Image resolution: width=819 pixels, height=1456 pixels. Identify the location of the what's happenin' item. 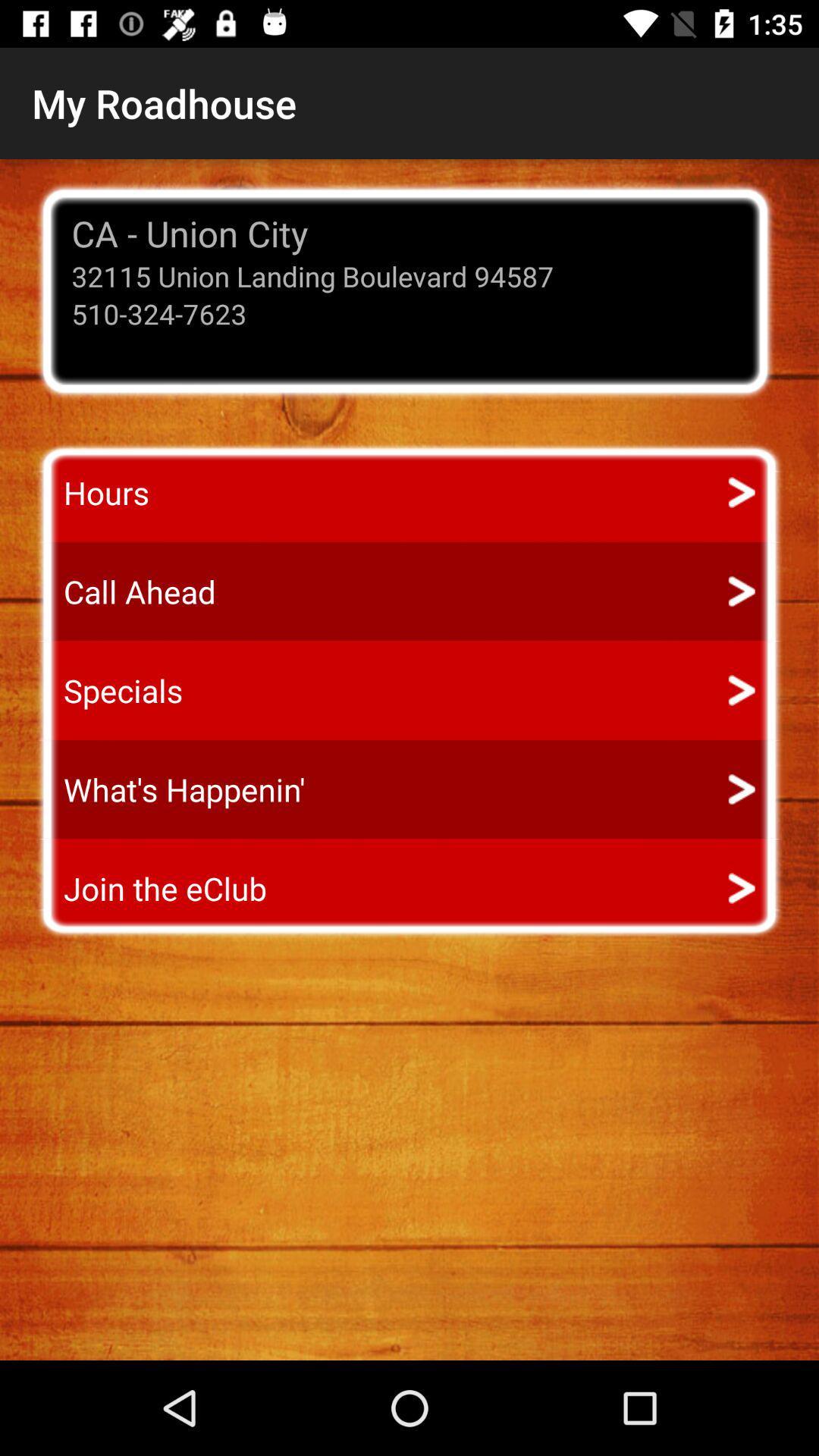
(170, 789).